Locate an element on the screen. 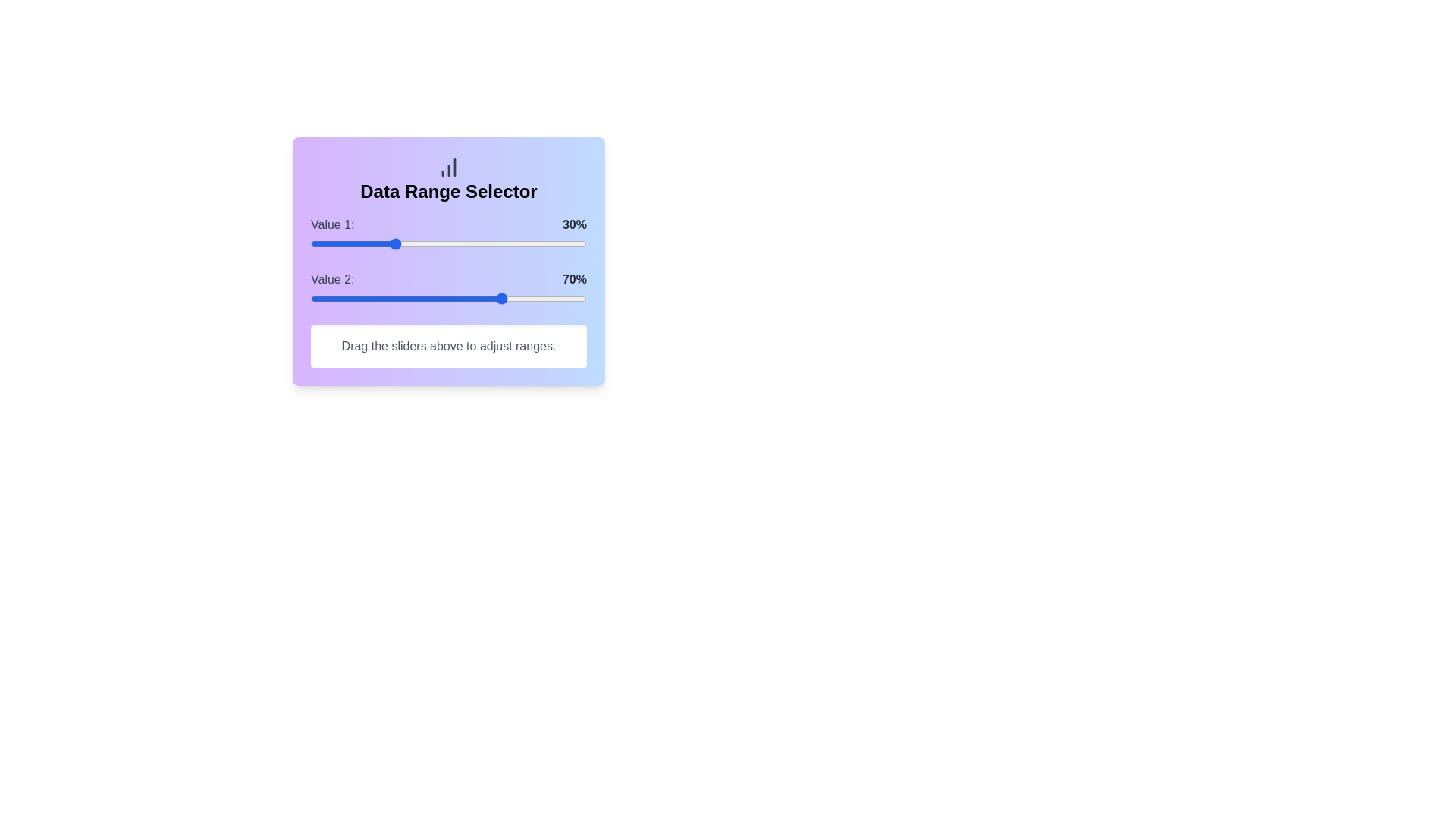  the text label 'Value 1' is located at coordinates (331, 225).